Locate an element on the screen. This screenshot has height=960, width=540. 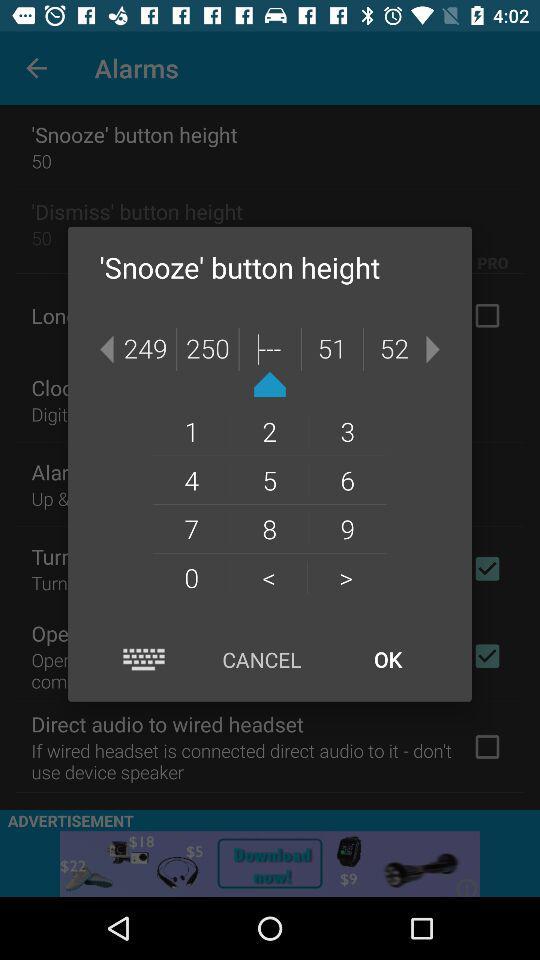
open keyboard is located at coordinates (143, 658).